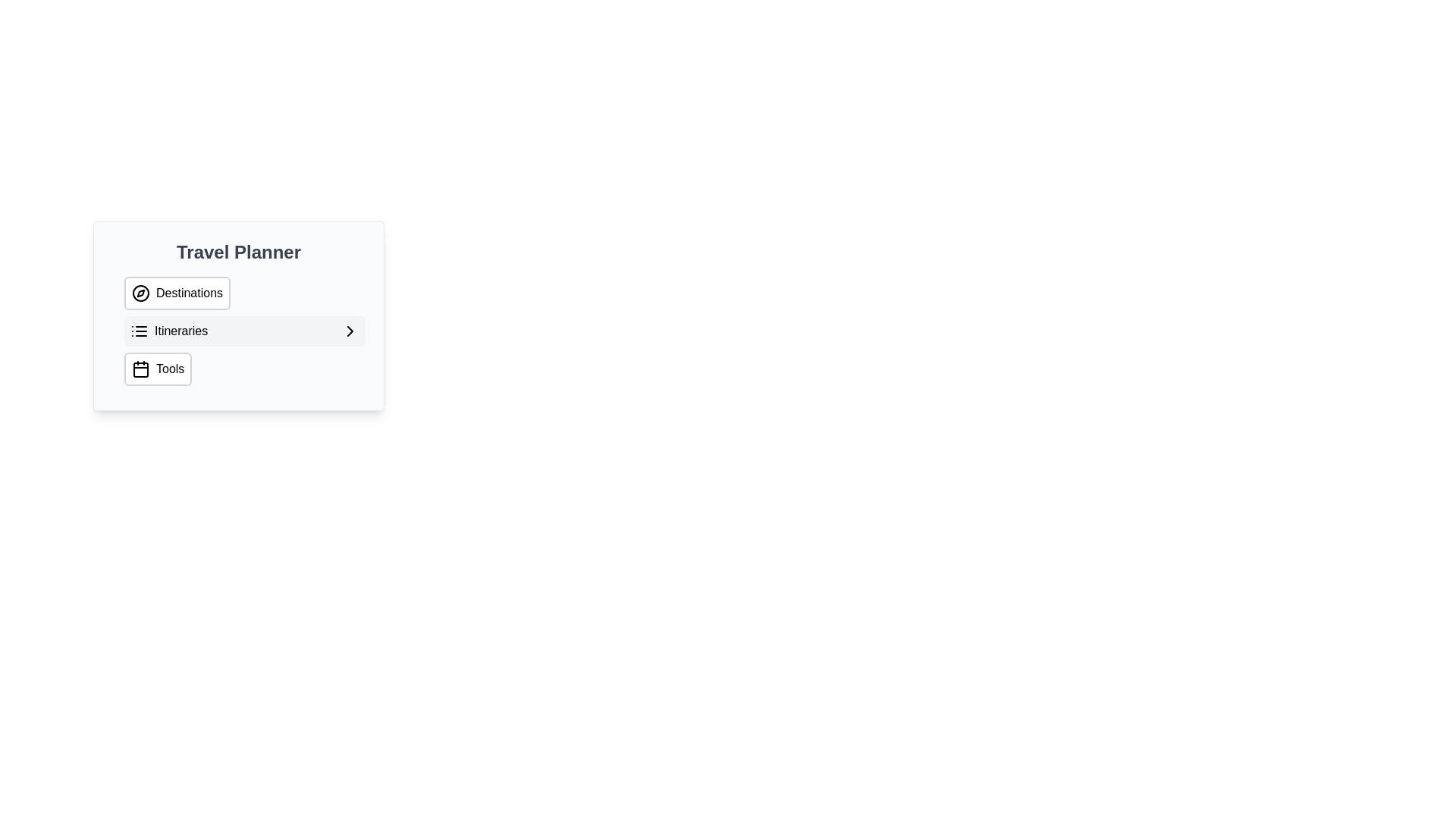  What do you see at coordinates (158, 369) in the screenshot?
I see `the third button under the 'Travel Planner' header to change its border color` at bounding box center [158, 369].